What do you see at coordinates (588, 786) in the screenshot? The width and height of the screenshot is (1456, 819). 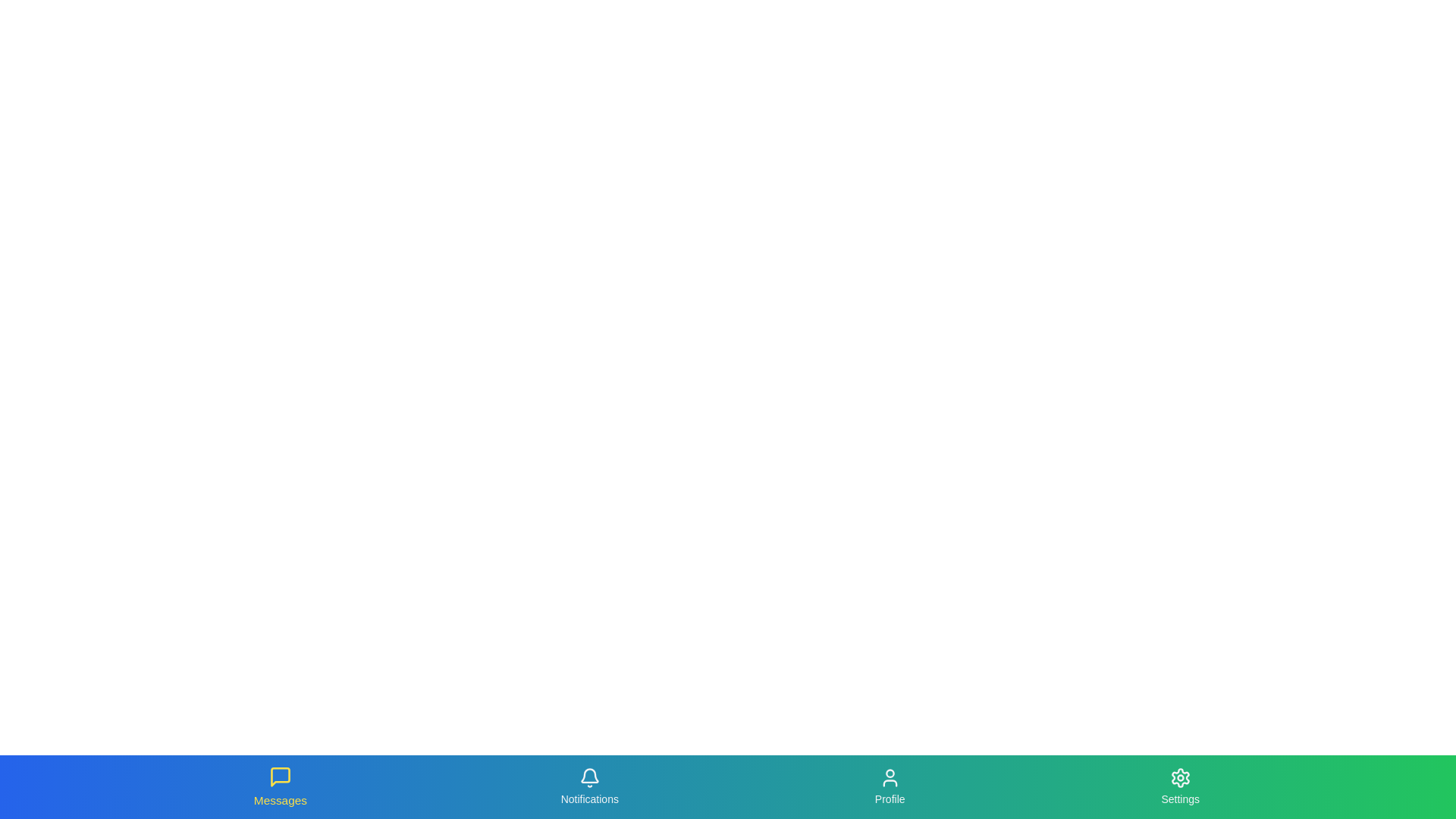 I see `the tab labeled Notifications to navigate to its respective section` at bounding box center [588, 786].